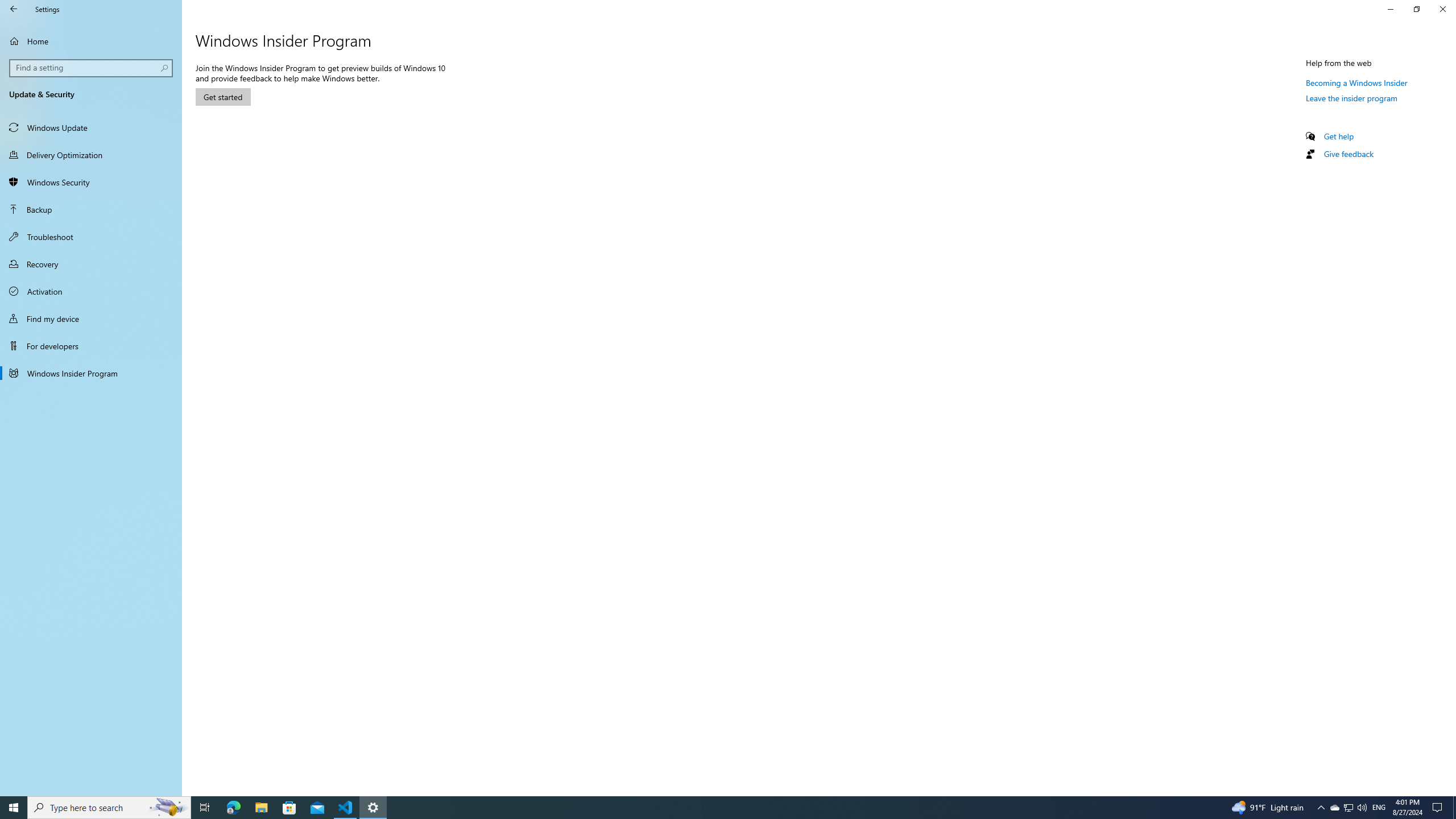  I want to click on 'Activation', so click(90, 290).